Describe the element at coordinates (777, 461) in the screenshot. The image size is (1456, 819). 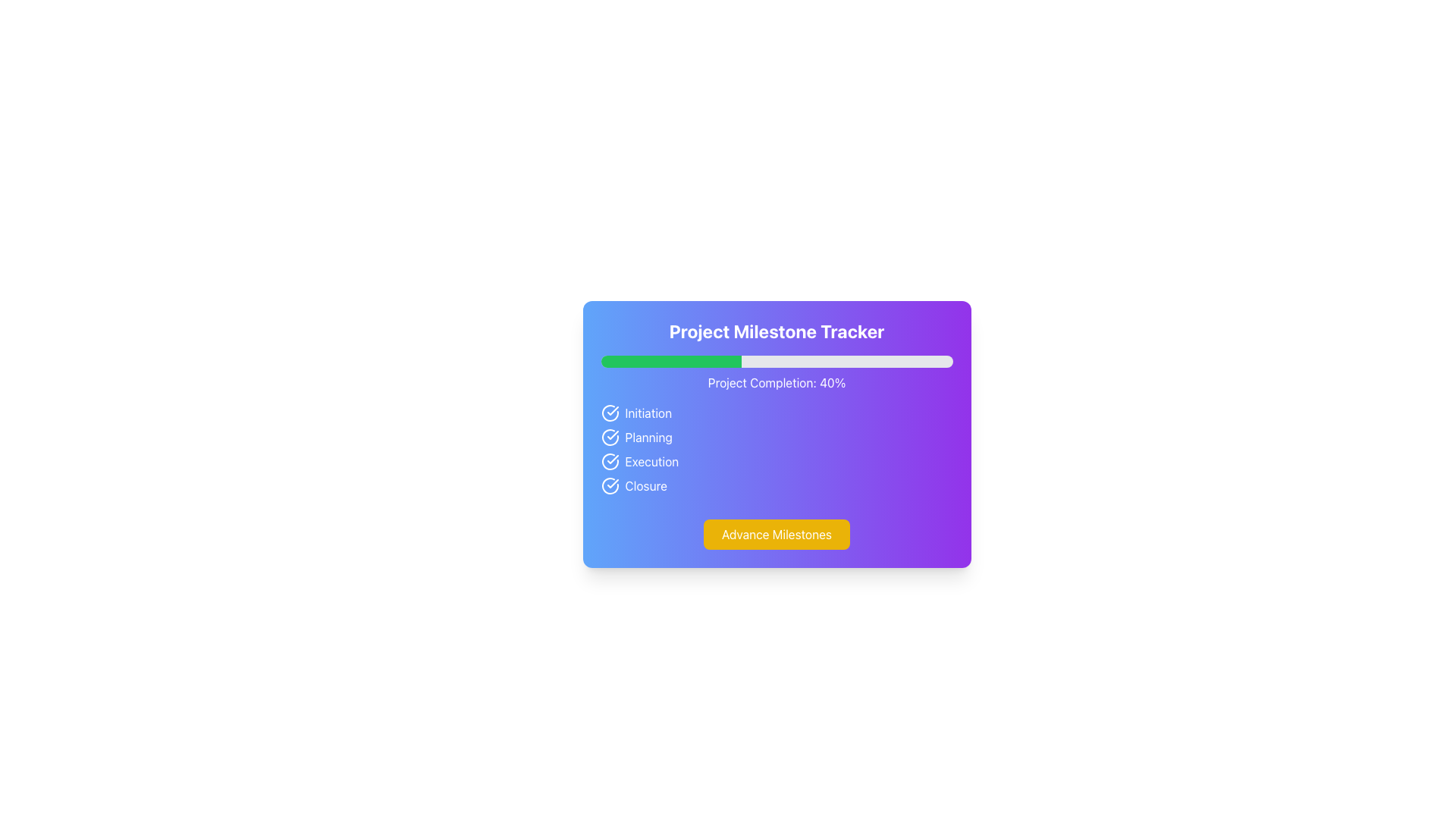
I see `the status of the 'Execution' milestone in the project tracker, which is represented by the third Text Row with Icon in the vertical list of milestones` at that location.